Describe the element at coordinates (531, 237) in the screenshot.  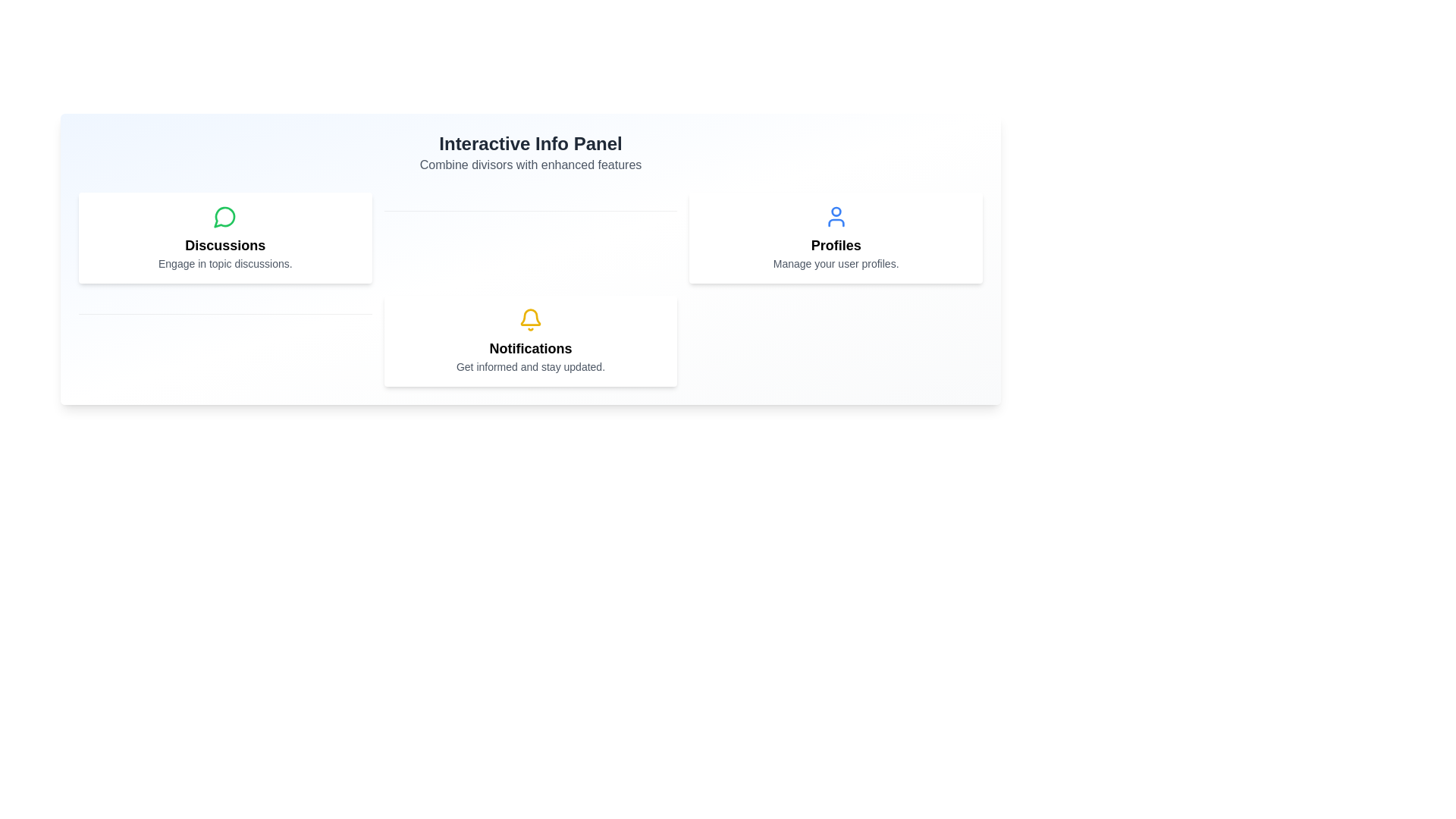
I see `the slim horizontal separator line that divides the 'Discussions' and 'Profiles' sections from the 'Notifications' section` at that location.